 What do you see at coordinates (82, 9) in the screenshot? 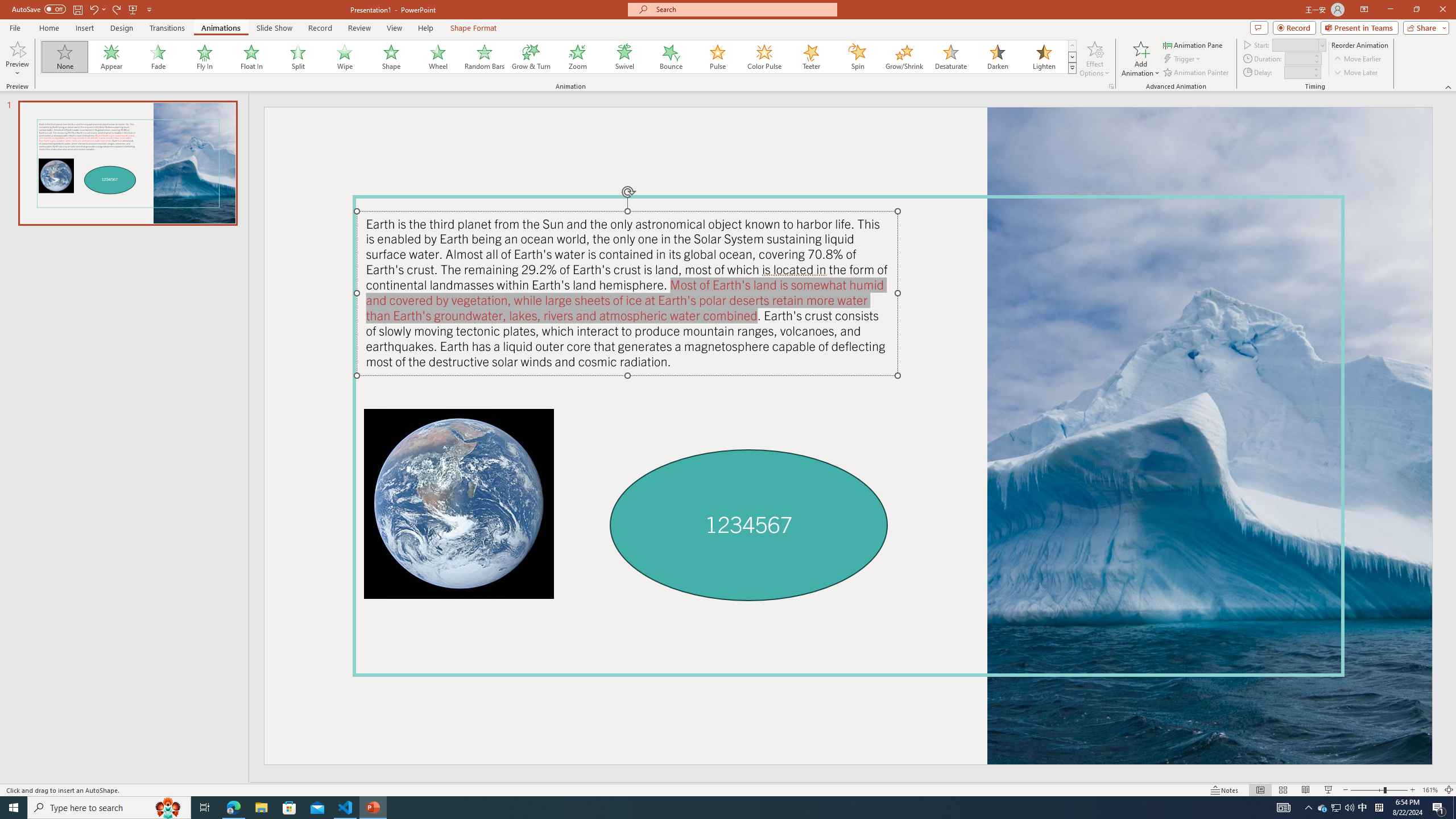
I see `'Quick Access Toolbar'` at bounding box center [82, 9].